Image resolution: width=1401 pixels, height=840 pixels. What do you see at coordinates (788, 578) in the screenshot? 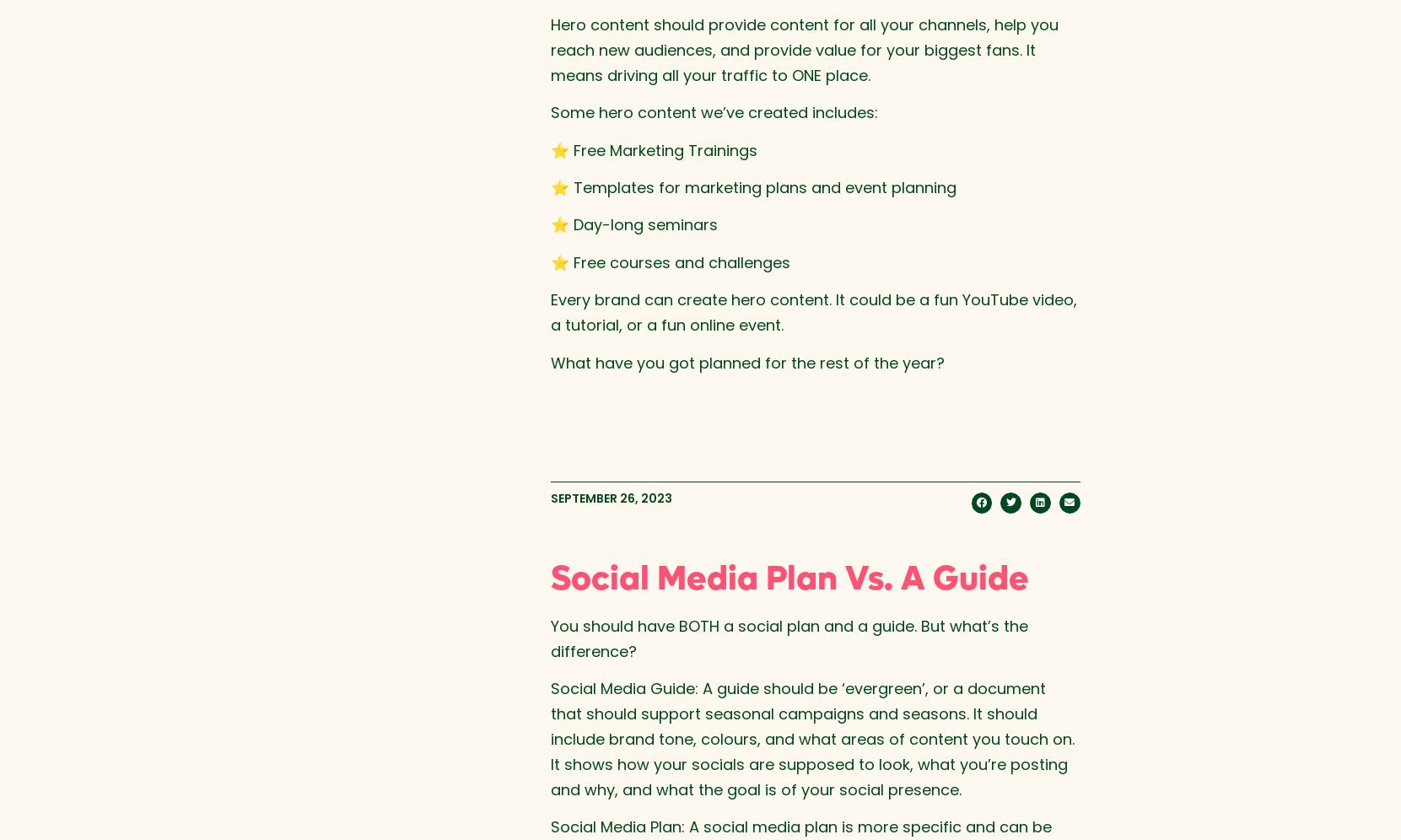
I see `'Social Media Plan Vs. A Guide'` at bounding box center [788, 578].